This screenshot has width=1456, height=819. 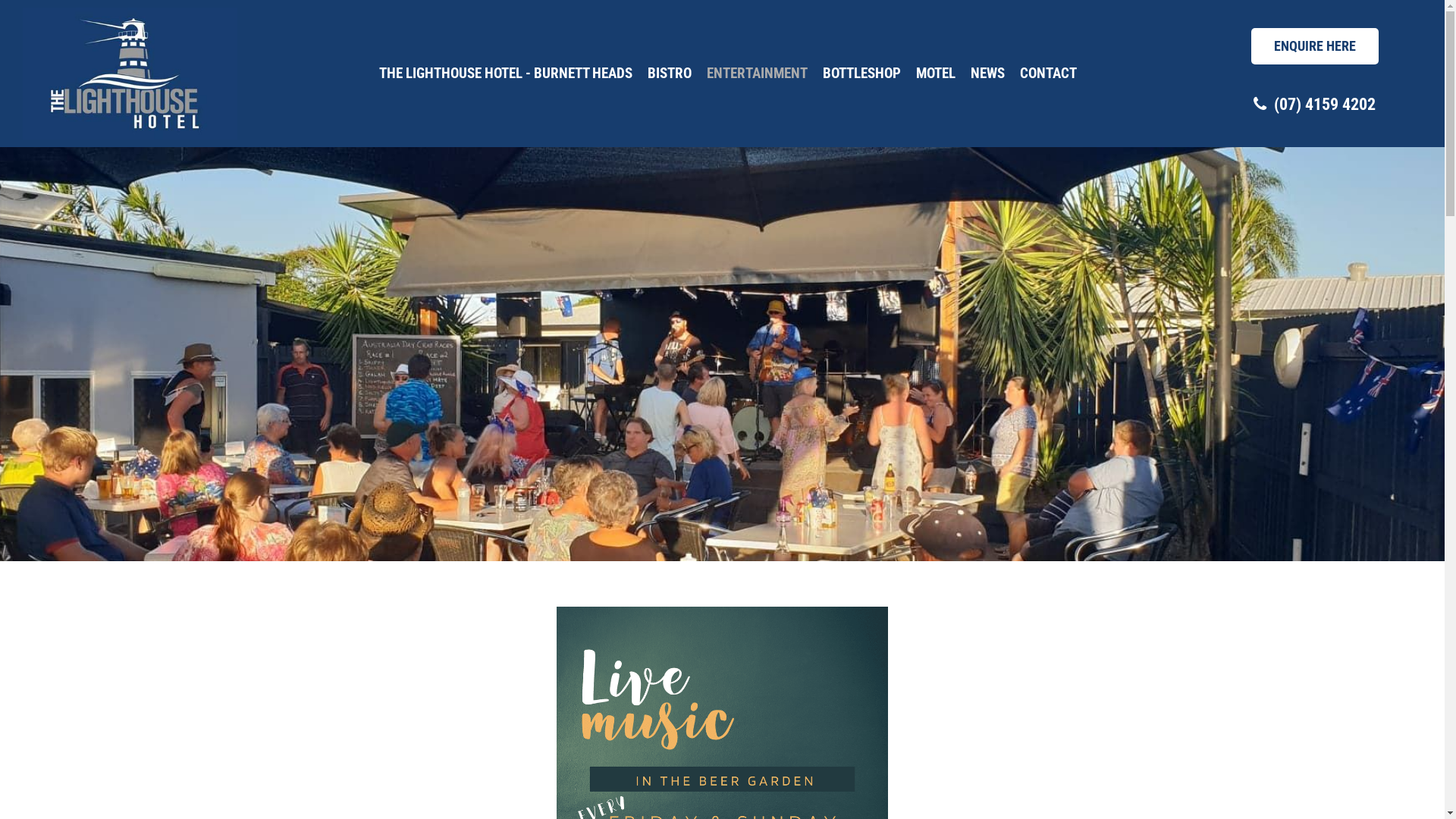 What do you see at coordinates (669, 73) in the screenshot?
I see `'BISTRO'` at bounding box center [669, 73].